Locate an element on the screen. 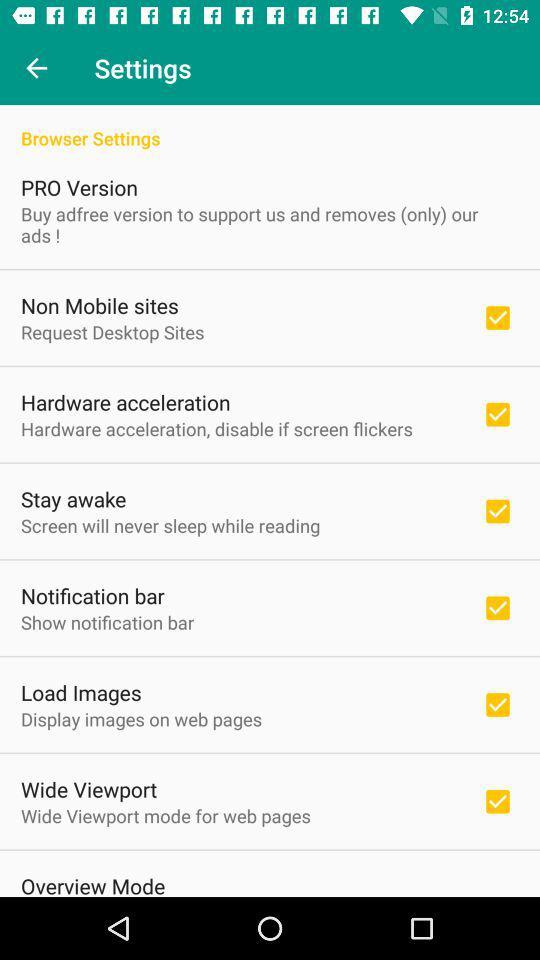 This screenshot has height=960, width=540. item to the left of the settings is located at coordinates (36, 68).